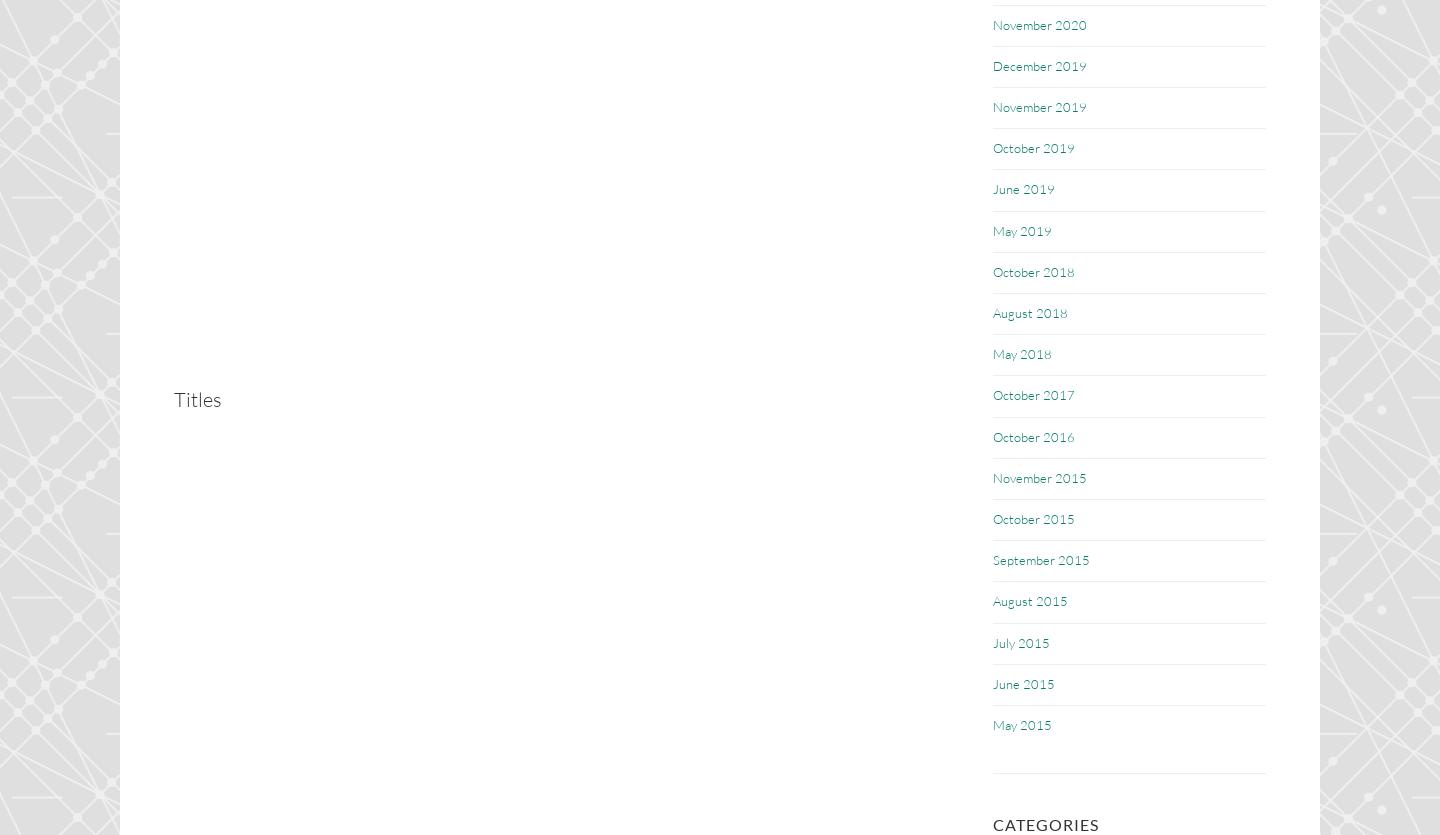  Describe the element at coordinates (1022, 354) in the screenshot. I see `'May 2018'` at that location.